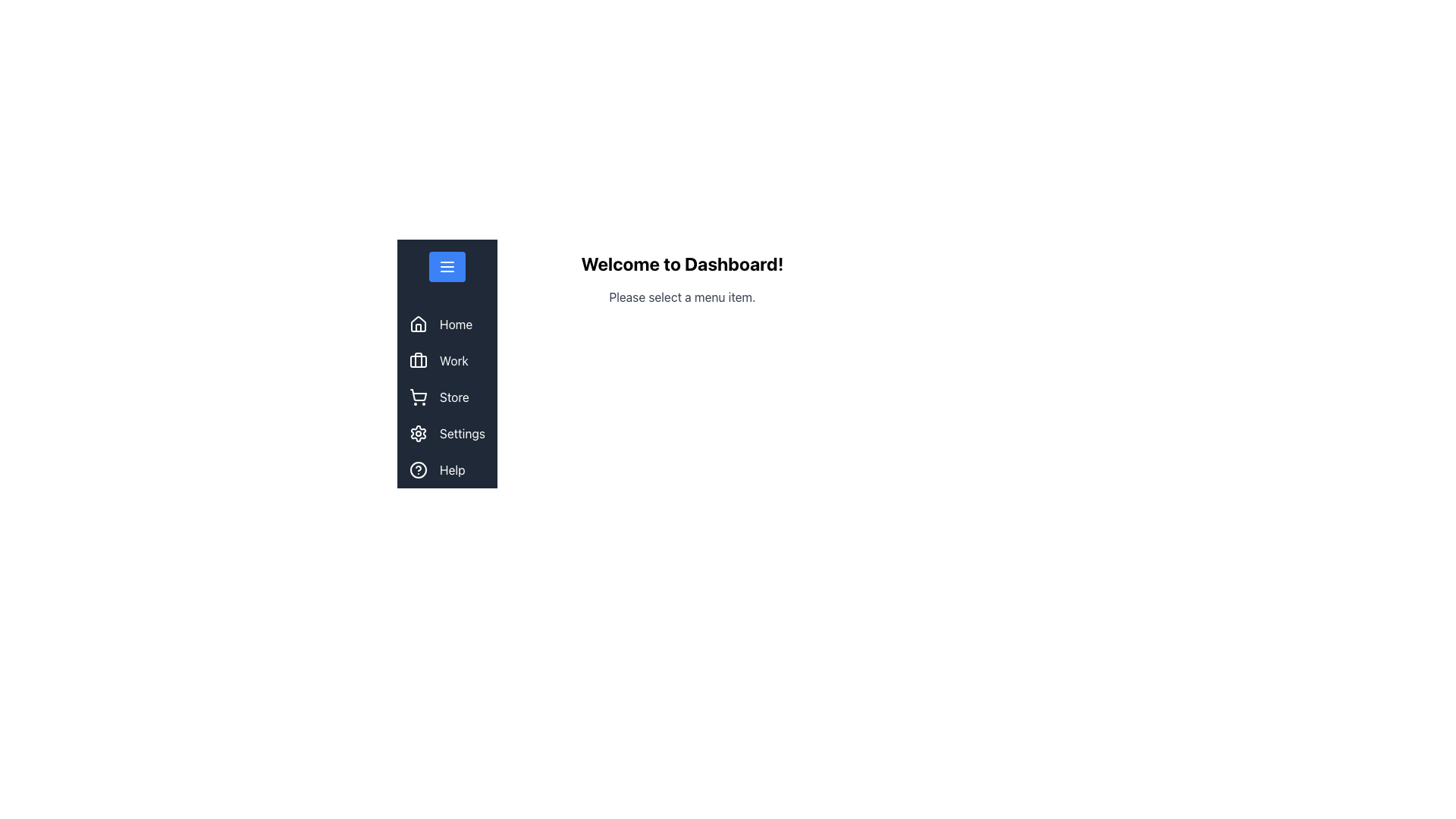  Describe the element at coordinates (419, 360) in the screenshot. I see `the second icon labeled 'Work' in the vertical navigation menu on the left-hand side of the interface` at that location.